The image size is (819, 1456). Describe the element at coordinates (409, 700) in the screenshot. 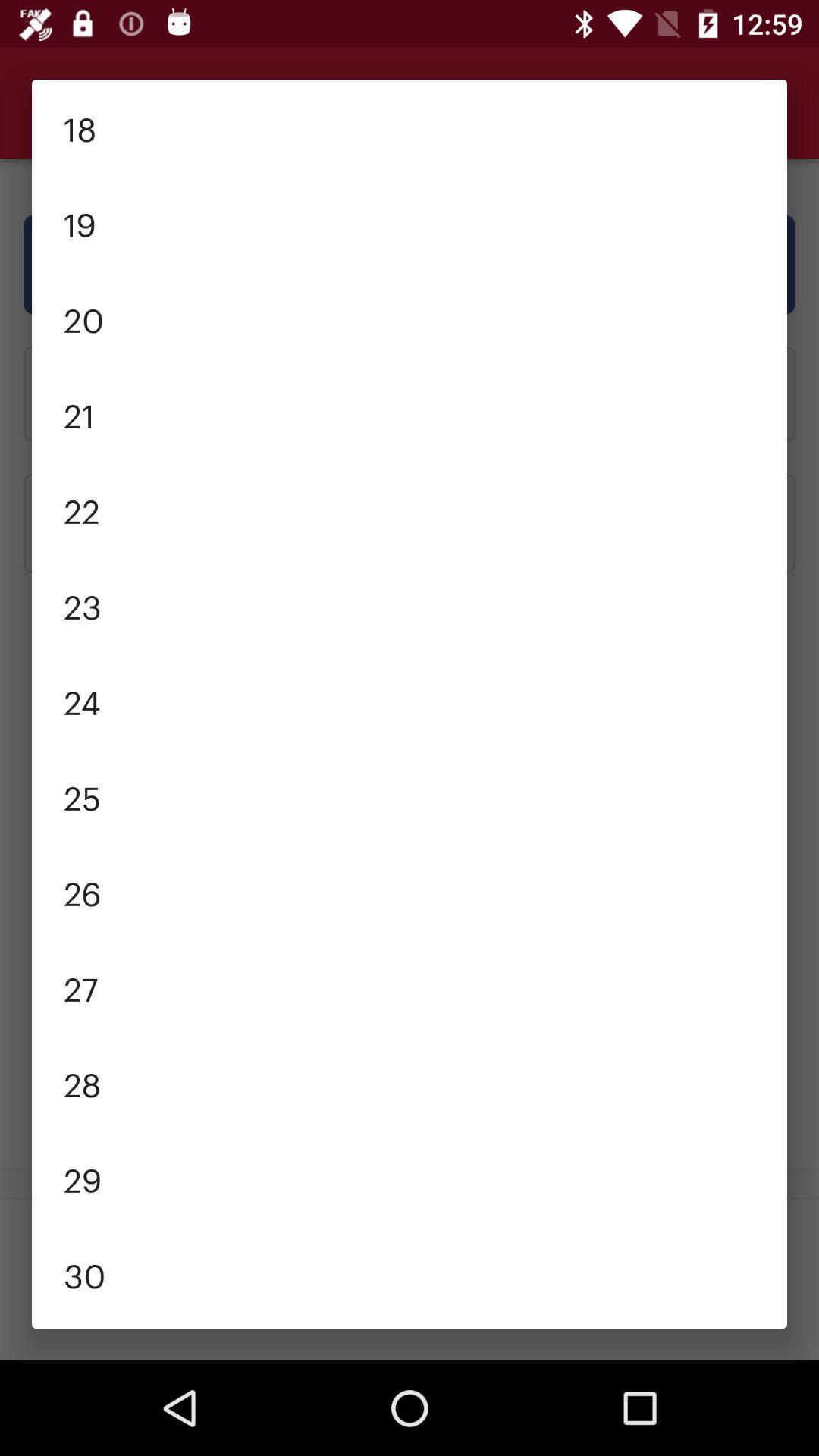

I see `the 24 icon` at that location.